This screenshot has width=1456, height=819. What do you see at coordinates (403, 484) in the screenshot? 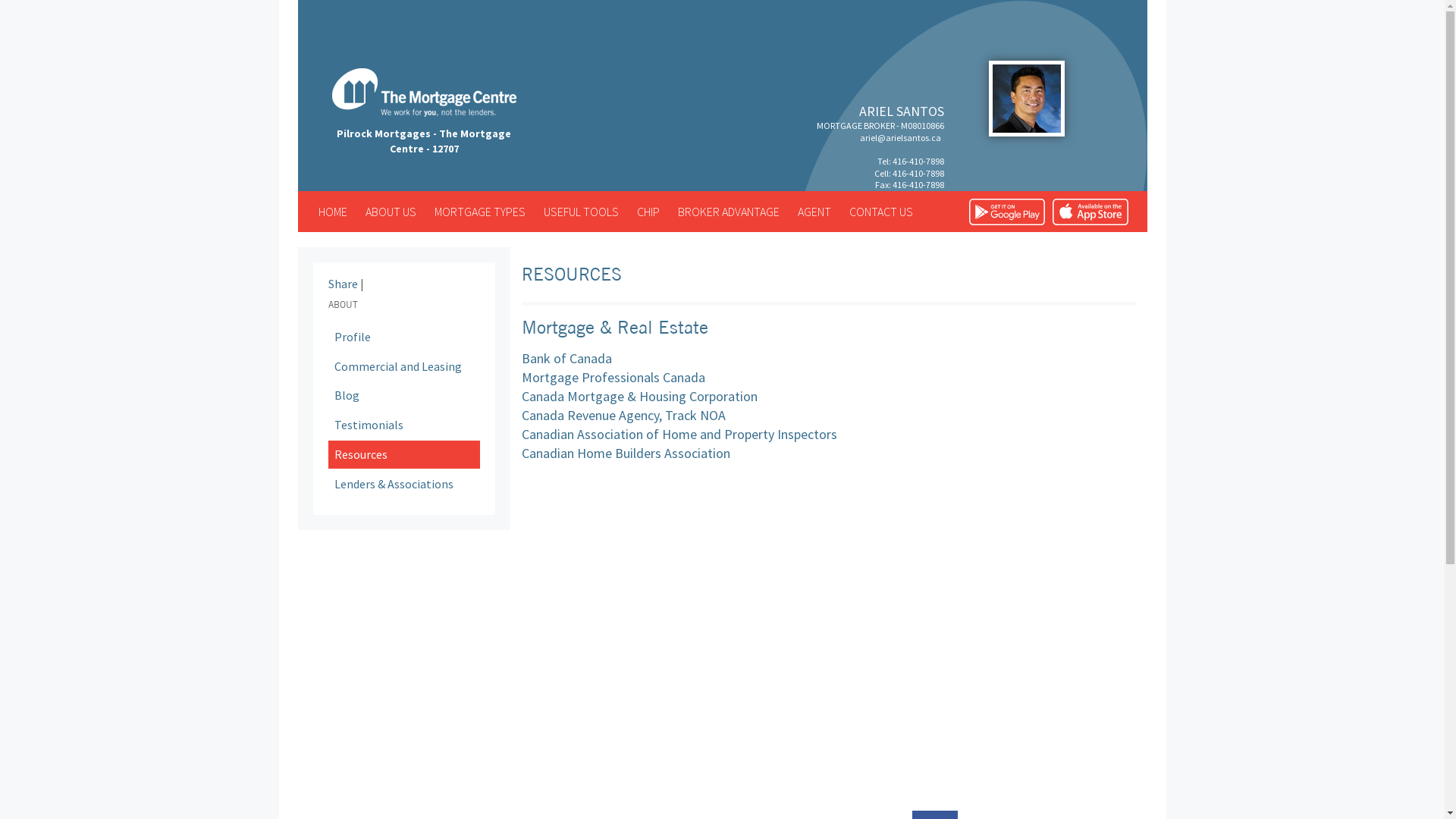
I see `'Lenders & Associations'` at bounding box center [403, 484].